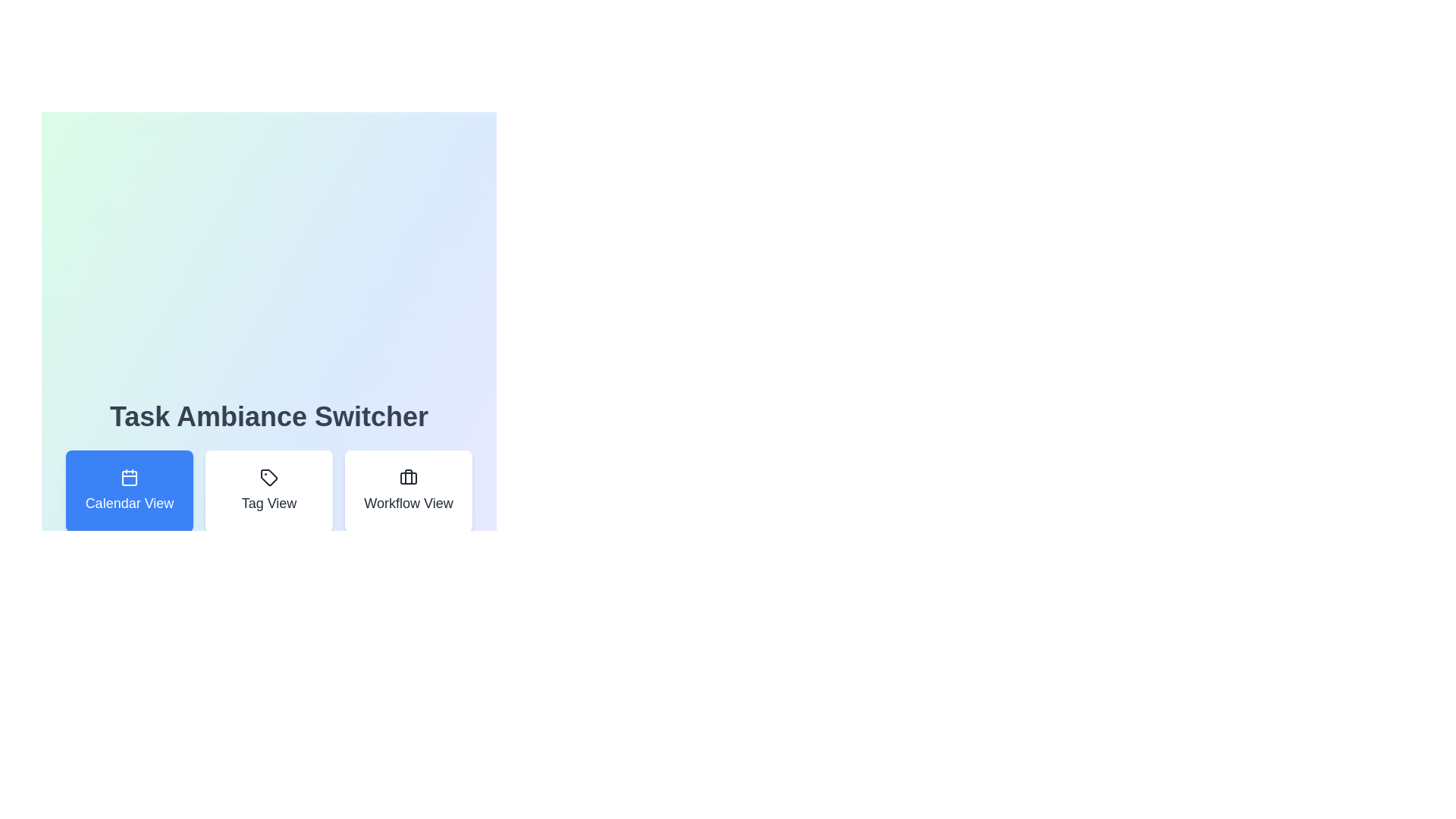  What do you see at coordinates (269, 503) in the screenshot?
I see `the 'Tag View' text label located within the second button of a row of three buttons, centrally positioned below the 'Task Ambiance Switcher' heading` at bounding box center [269, 503].